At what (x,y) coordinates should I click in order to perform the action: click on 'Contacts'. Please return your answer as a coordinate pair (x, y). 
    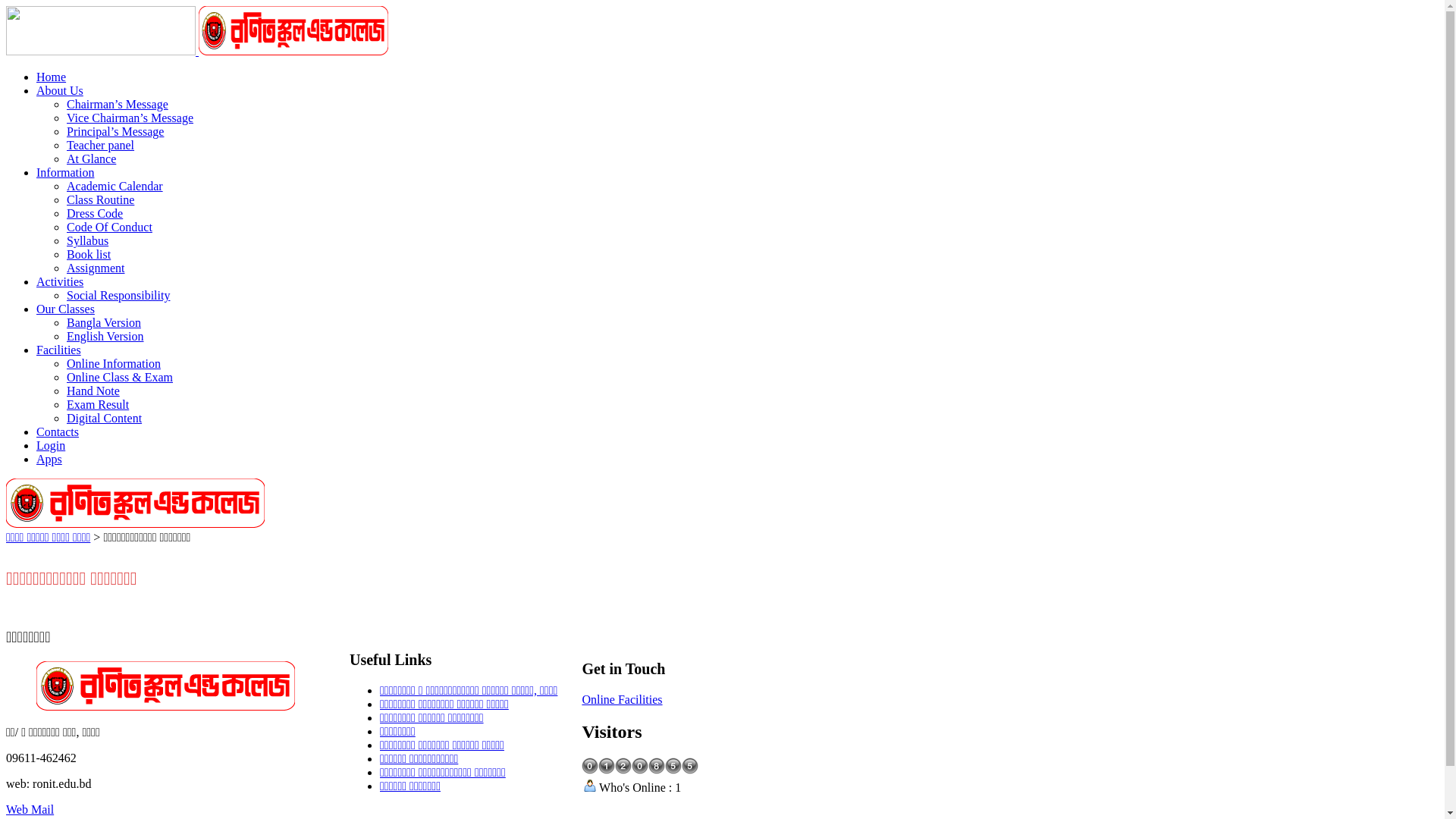
    Looking at the image, I should click on (58, 431).